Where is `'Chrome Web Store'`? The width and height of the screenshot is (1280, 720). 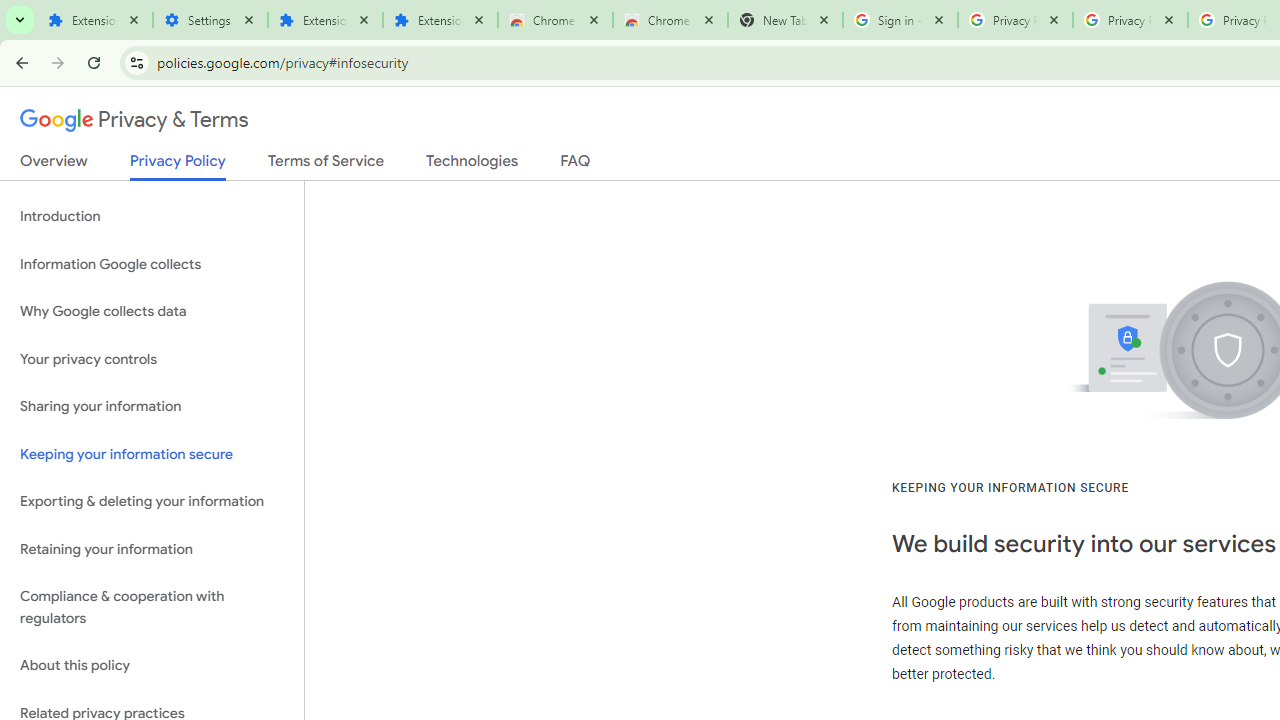
'Chrome Web Store' is located at coordinates (555, 20).